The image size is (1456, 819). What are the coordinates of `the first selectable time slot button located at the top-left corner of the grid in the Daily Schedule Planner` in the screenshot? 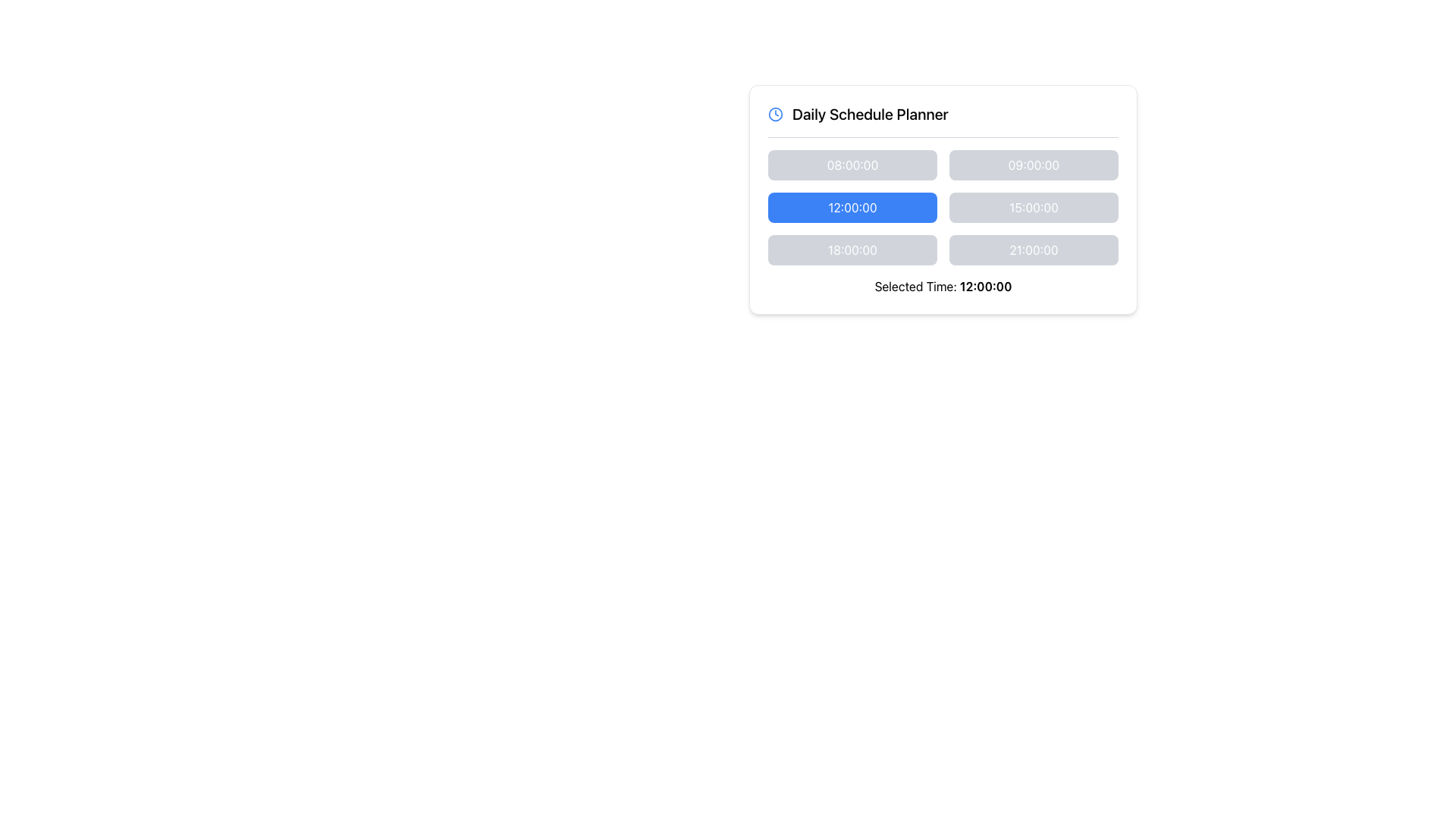 It's located at (852, 165).